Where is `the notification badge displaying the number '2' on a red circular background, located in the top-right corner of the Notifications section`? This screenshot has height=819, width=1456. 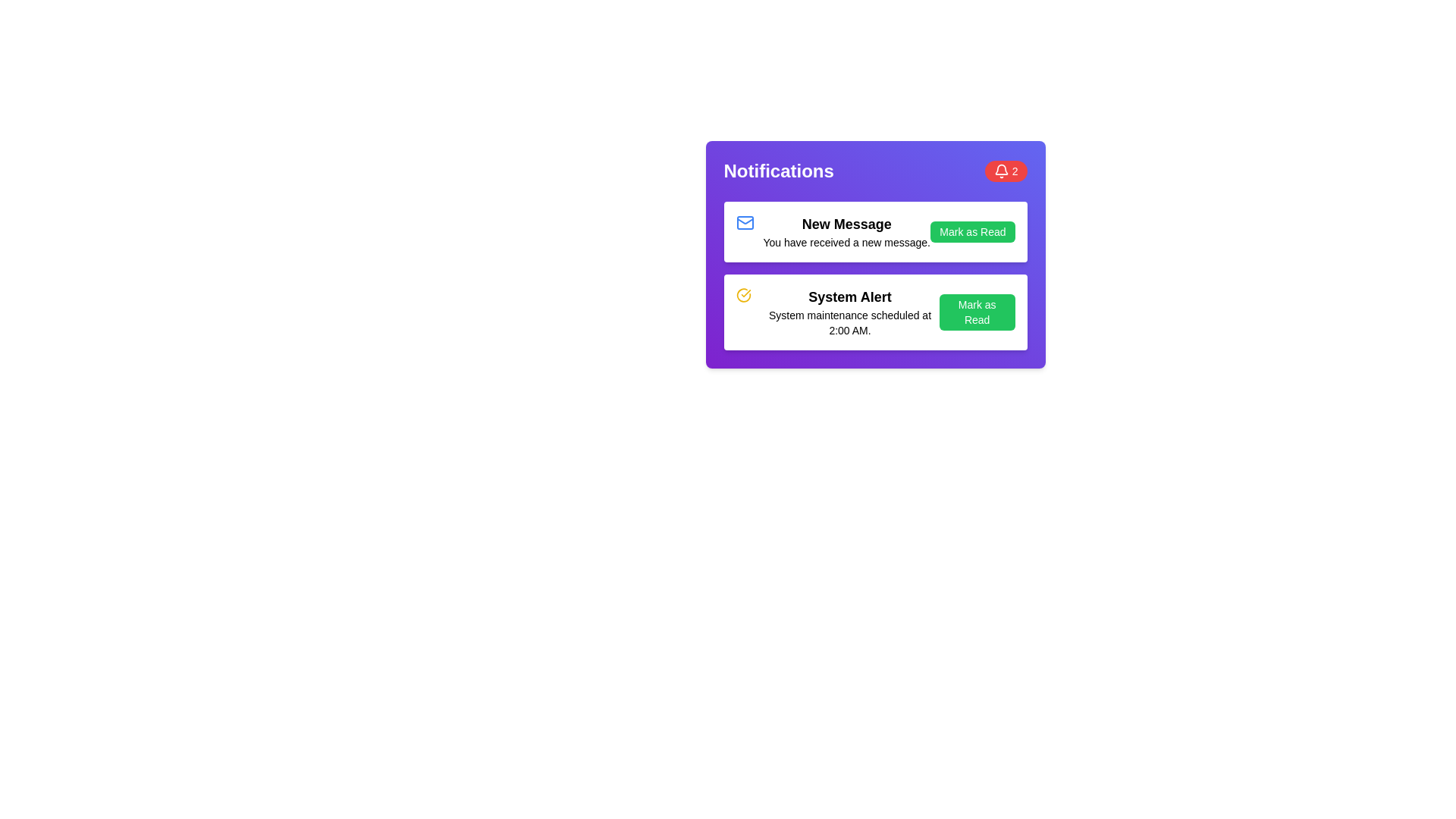 the notification badge displaying the number '2' on a red circular background, located in the top-right corner of the Notifications section is located at coordinates (1006, 171).